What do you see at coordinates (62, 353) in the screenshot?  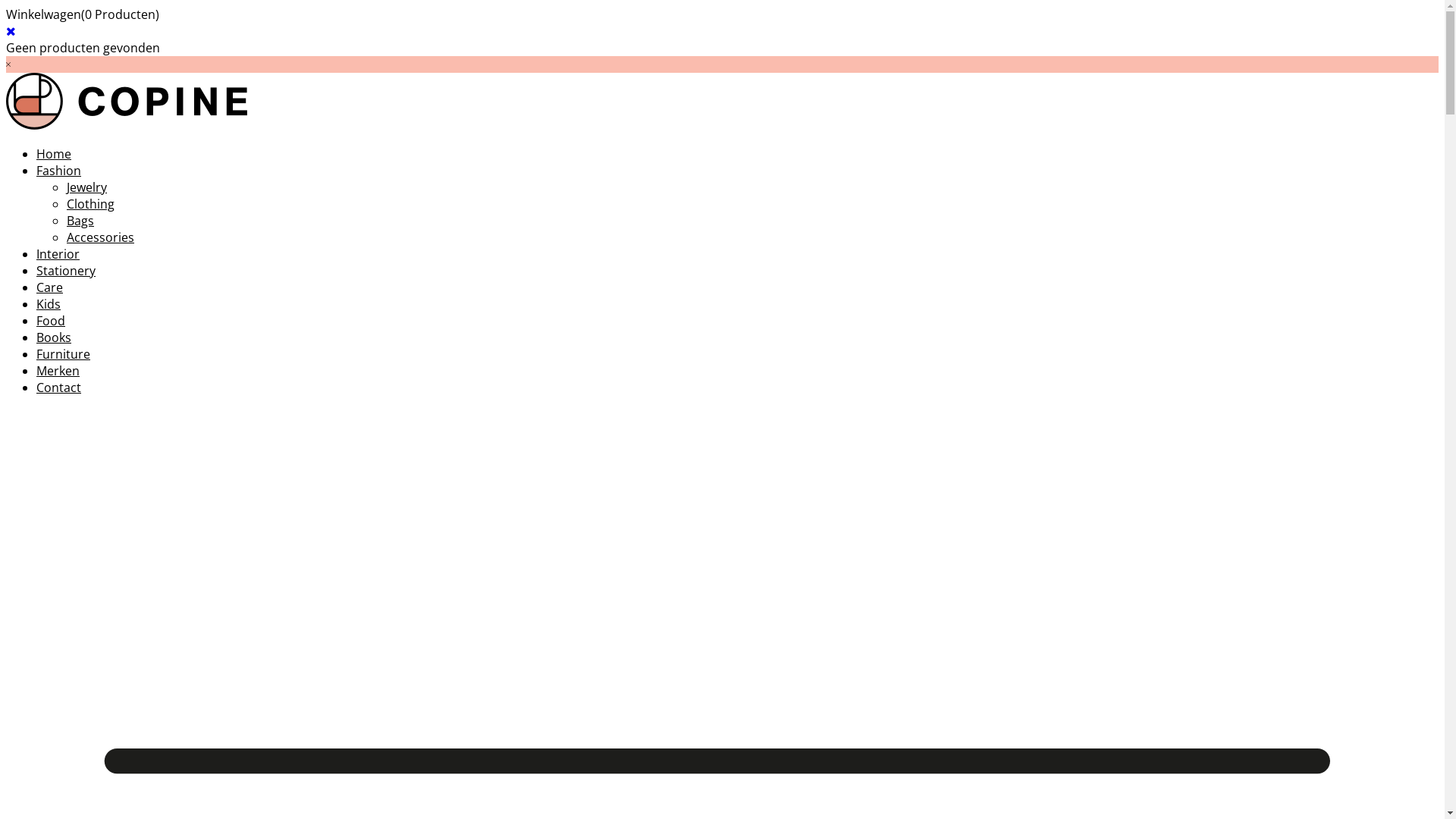 I see `'Furniture'` at bounding box center [62, 353].